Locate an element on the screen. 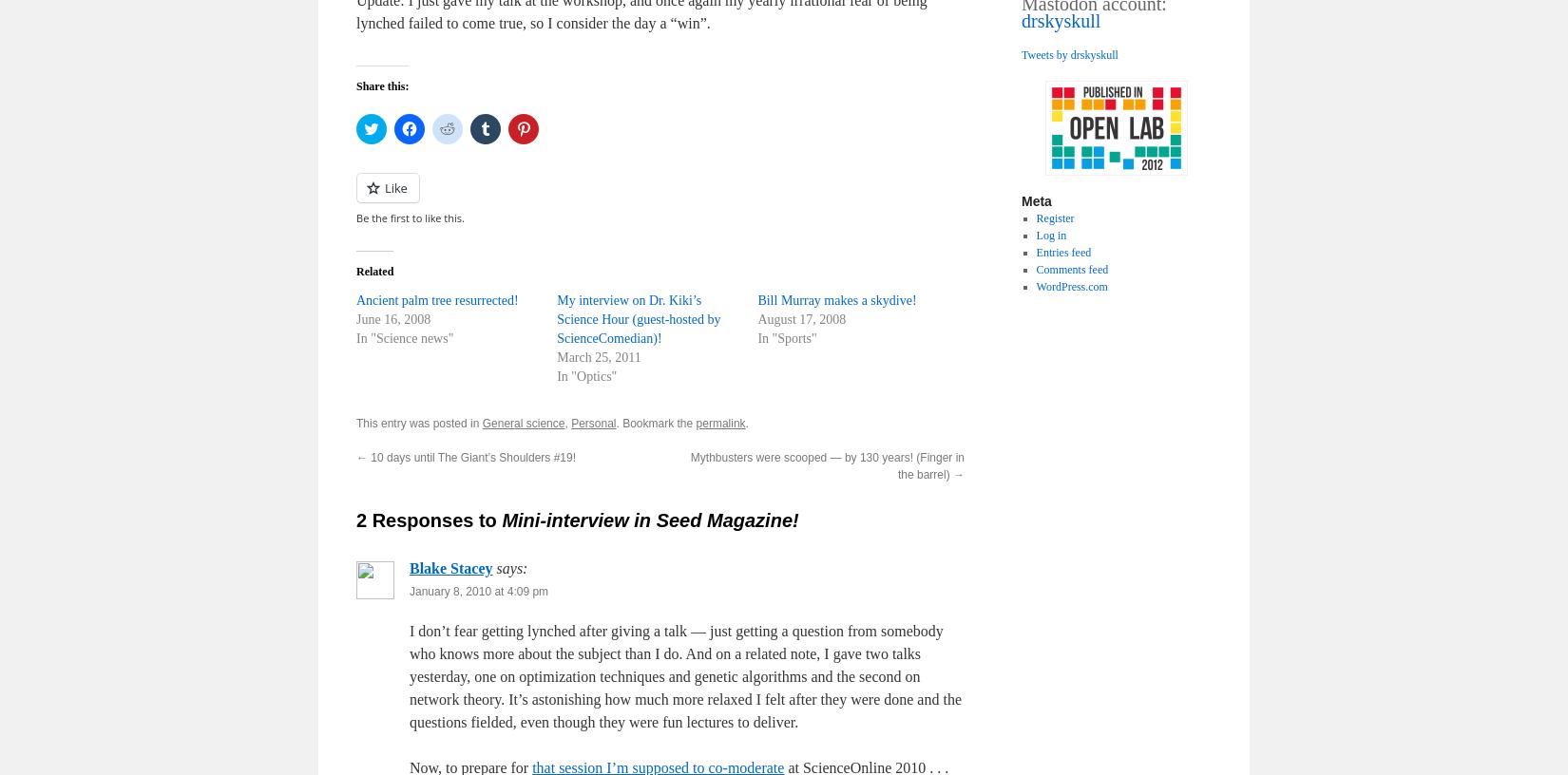  'January 8, 2010 at 4:09 pm' is located at coordinates (478, 591).